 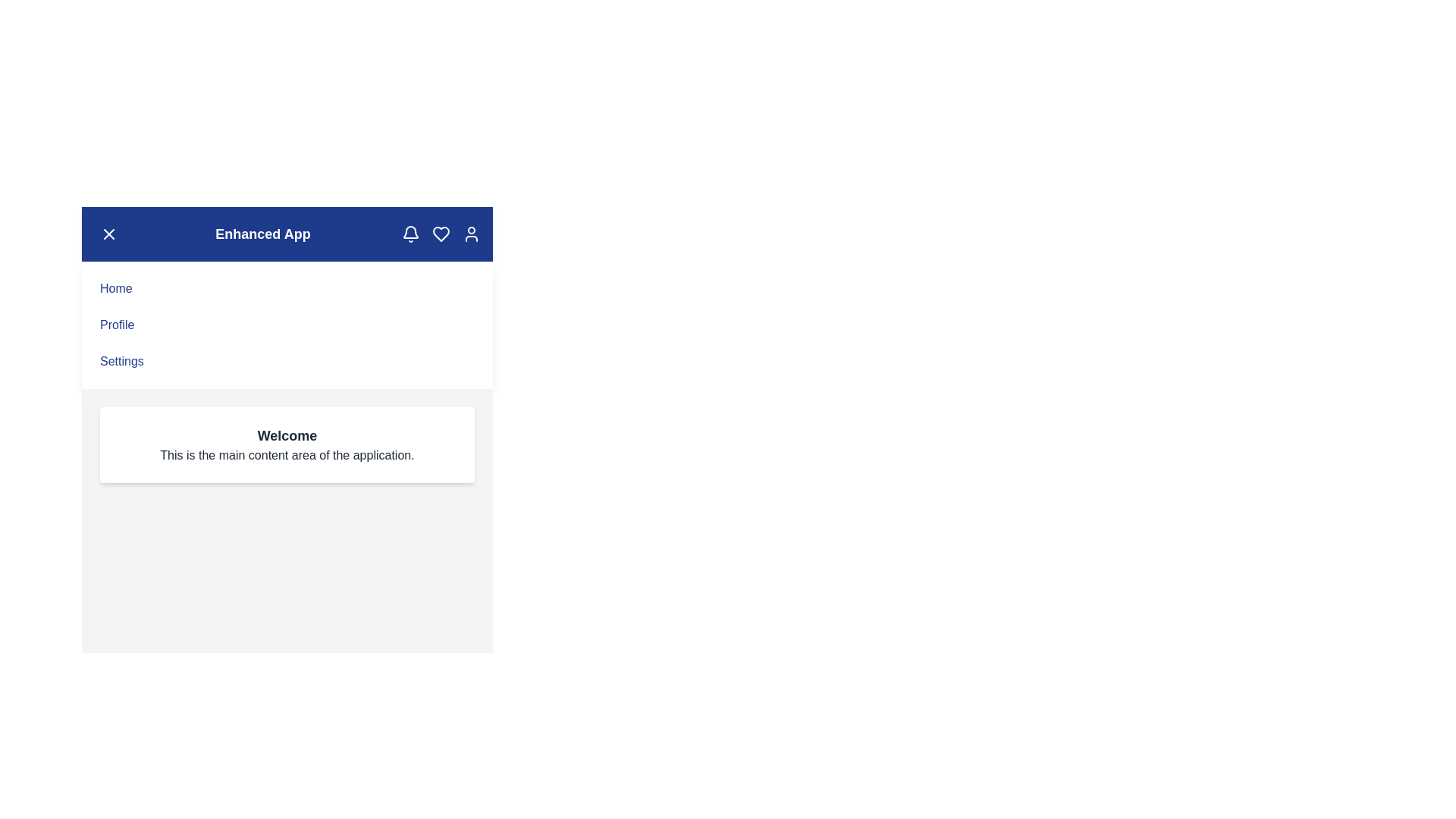 What do you see at coordinates (471, 234) in the screenshot?
I see `the user profile icon located at the top-right corner of the app bar` at bounding box center [471, 234].